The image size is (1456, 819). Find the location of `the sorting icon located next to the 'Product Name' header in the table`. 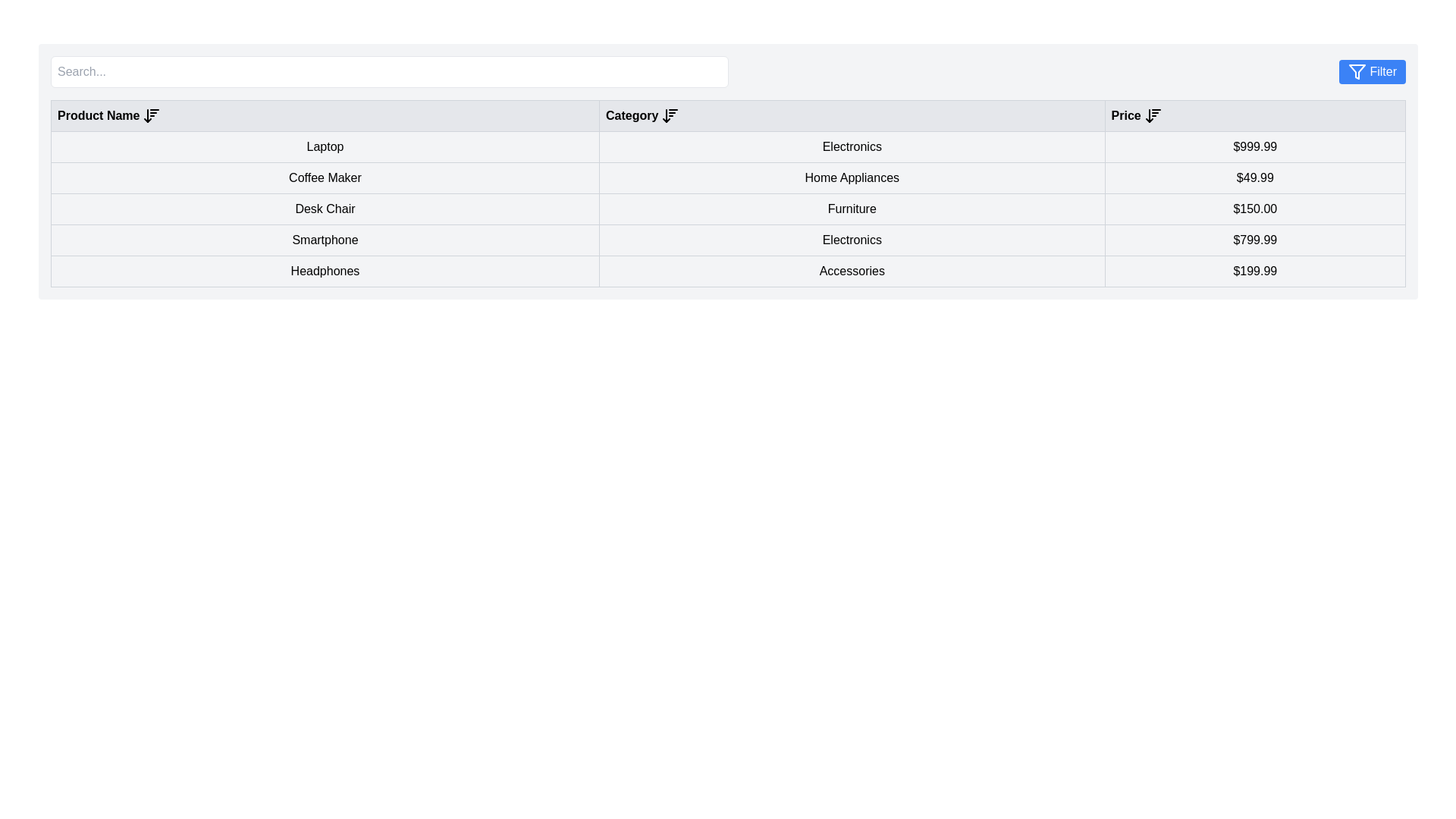

the sorting icon located next to the 'Product Name' header in the table is located at coordinates (152, 115).